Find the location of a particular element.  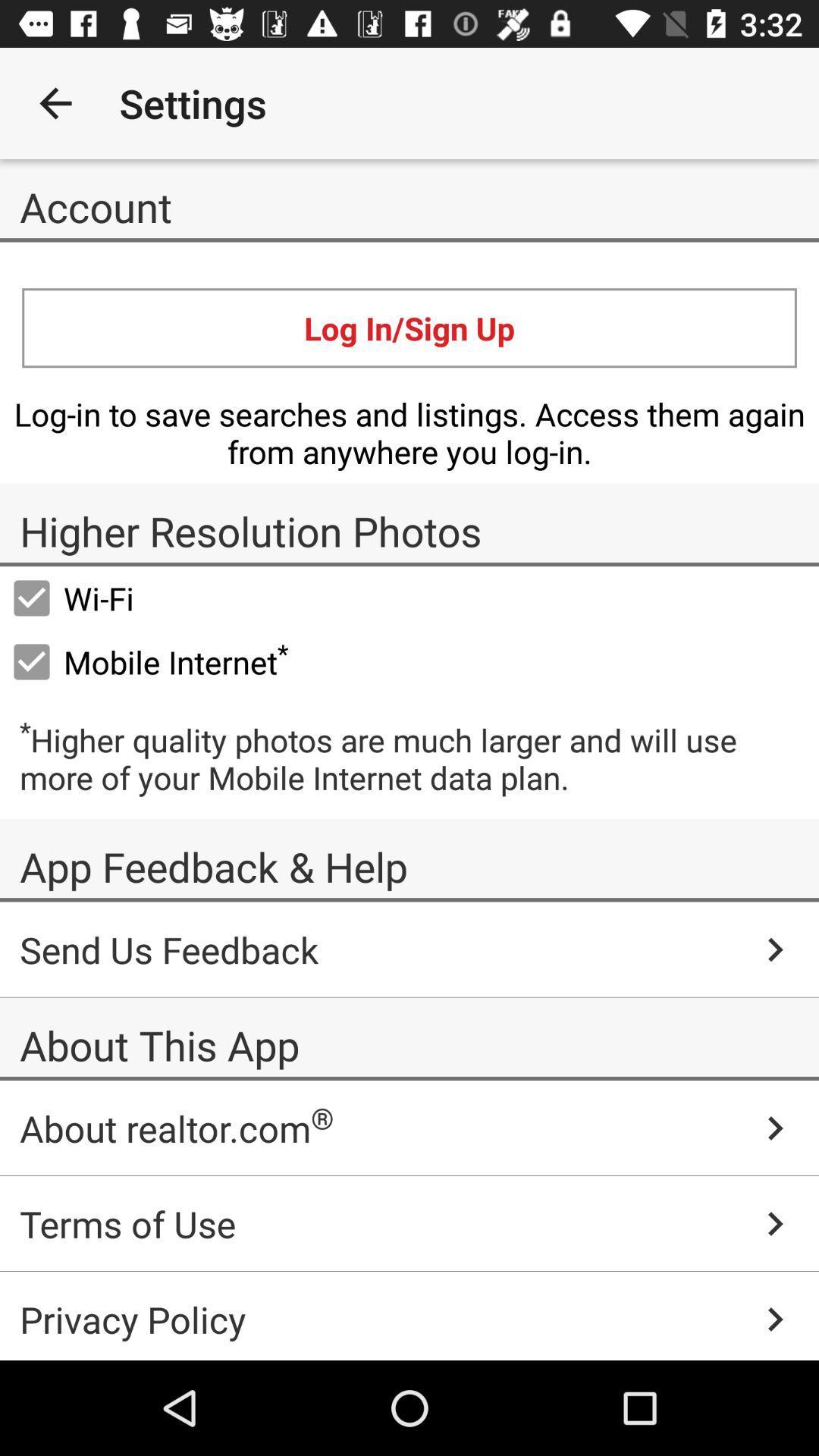

the send us feedback item is located at coordinates (409, 949).